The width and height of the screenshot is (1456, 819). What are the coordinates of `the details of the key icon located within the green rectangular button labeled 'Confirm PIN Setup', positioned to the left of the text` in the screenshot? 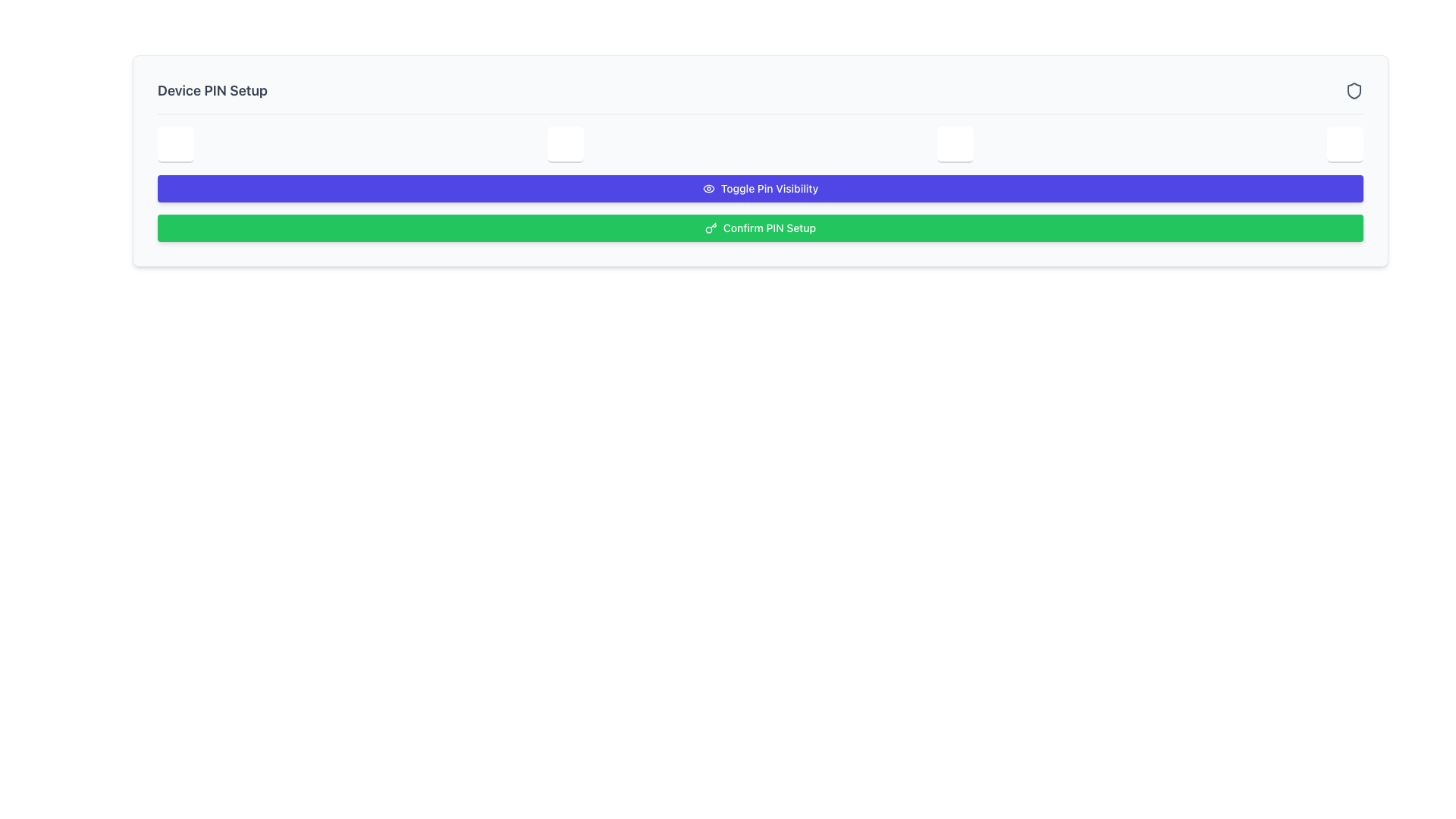 It's located at (710, 227).